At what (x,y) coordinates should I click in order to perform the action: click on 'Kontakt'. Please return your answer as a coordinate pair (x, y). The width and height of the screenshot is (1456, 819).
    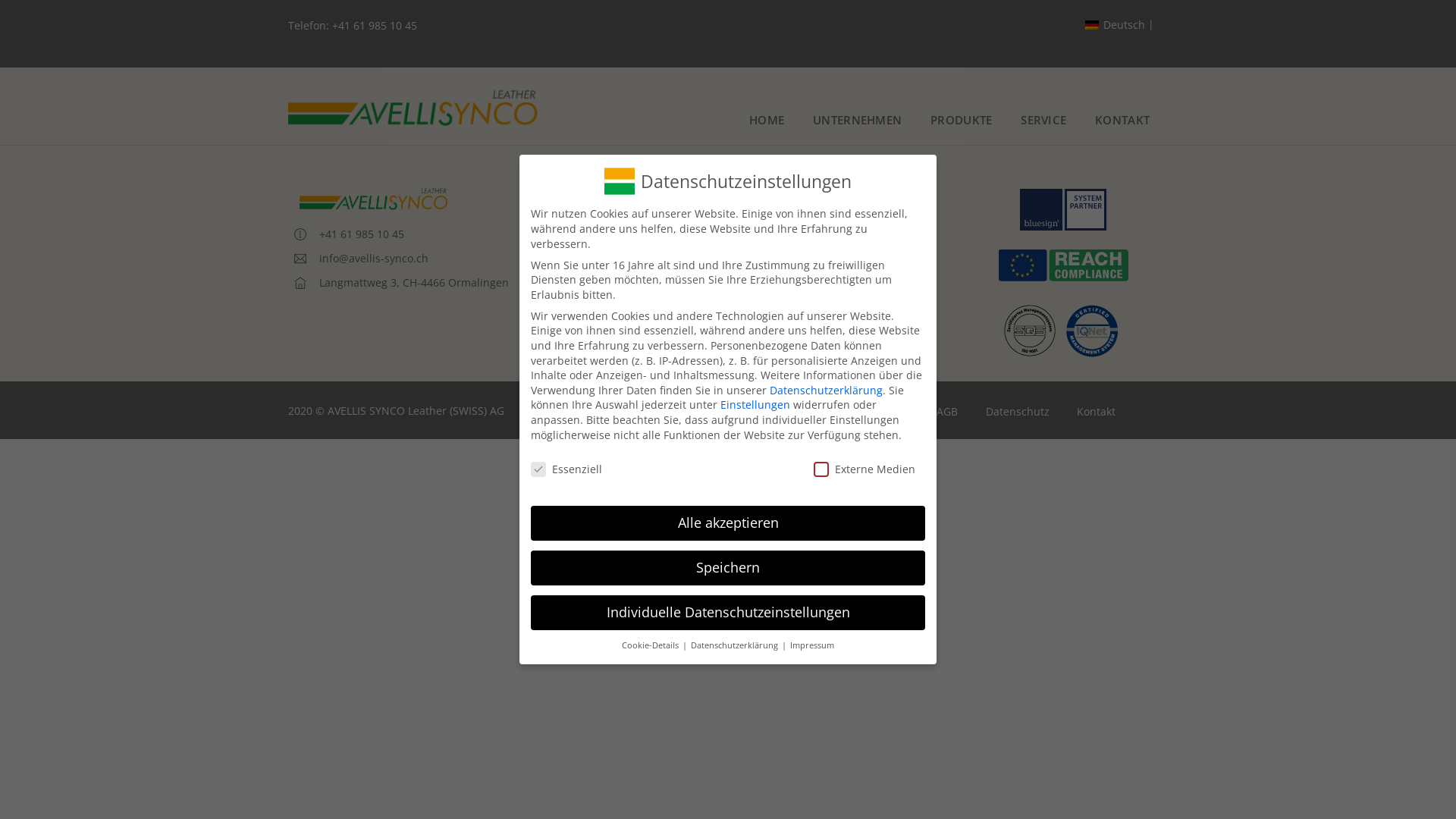
    Looking at the image, I should click on (1096, 412).